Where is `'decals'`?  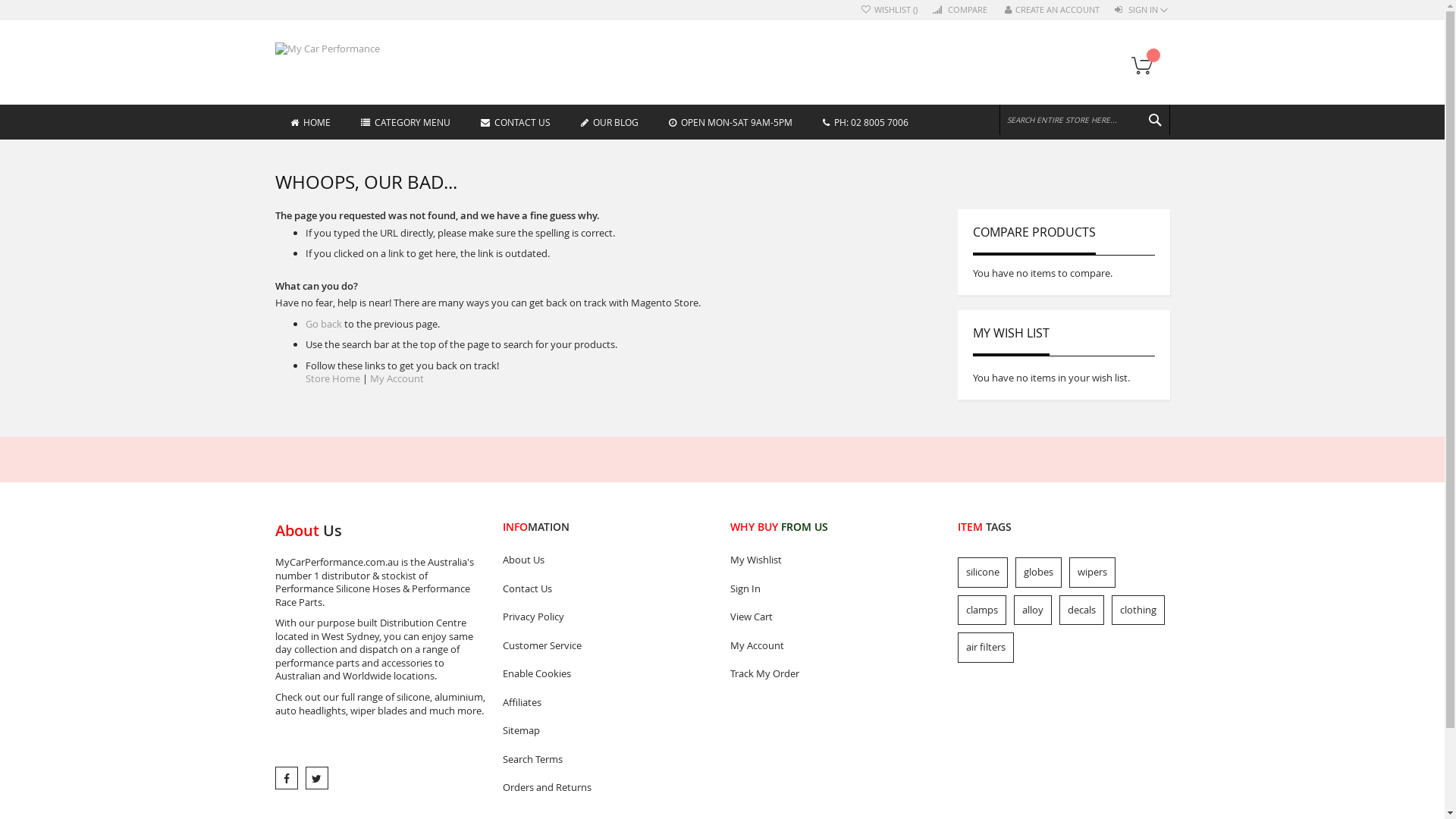 'decals' is located at coordinates (1080, 608).